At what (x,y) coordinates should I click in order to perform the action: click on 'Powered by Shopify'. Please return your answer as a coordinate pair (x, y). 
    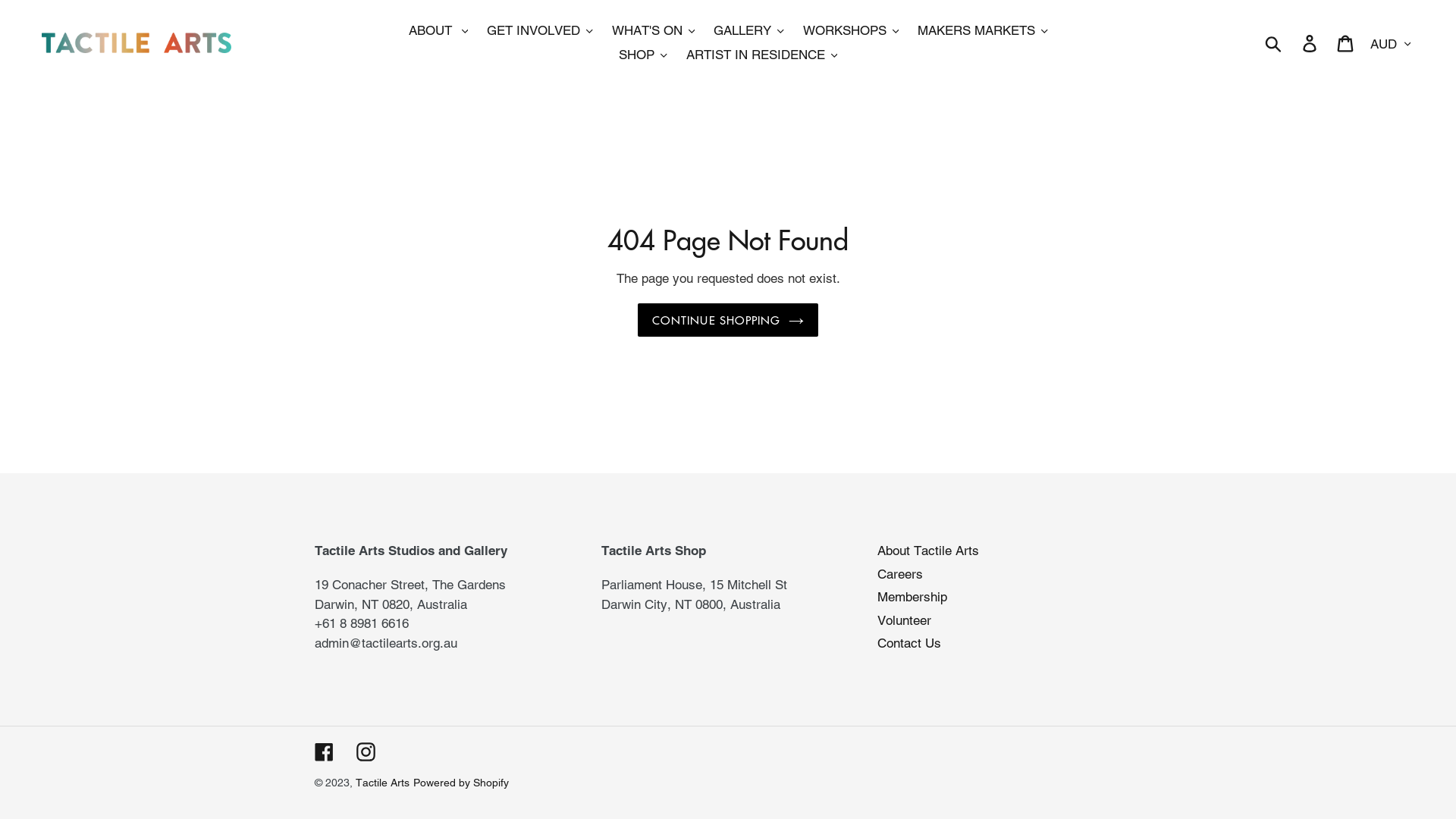
    Looking at the image, I should click on (460, 783).